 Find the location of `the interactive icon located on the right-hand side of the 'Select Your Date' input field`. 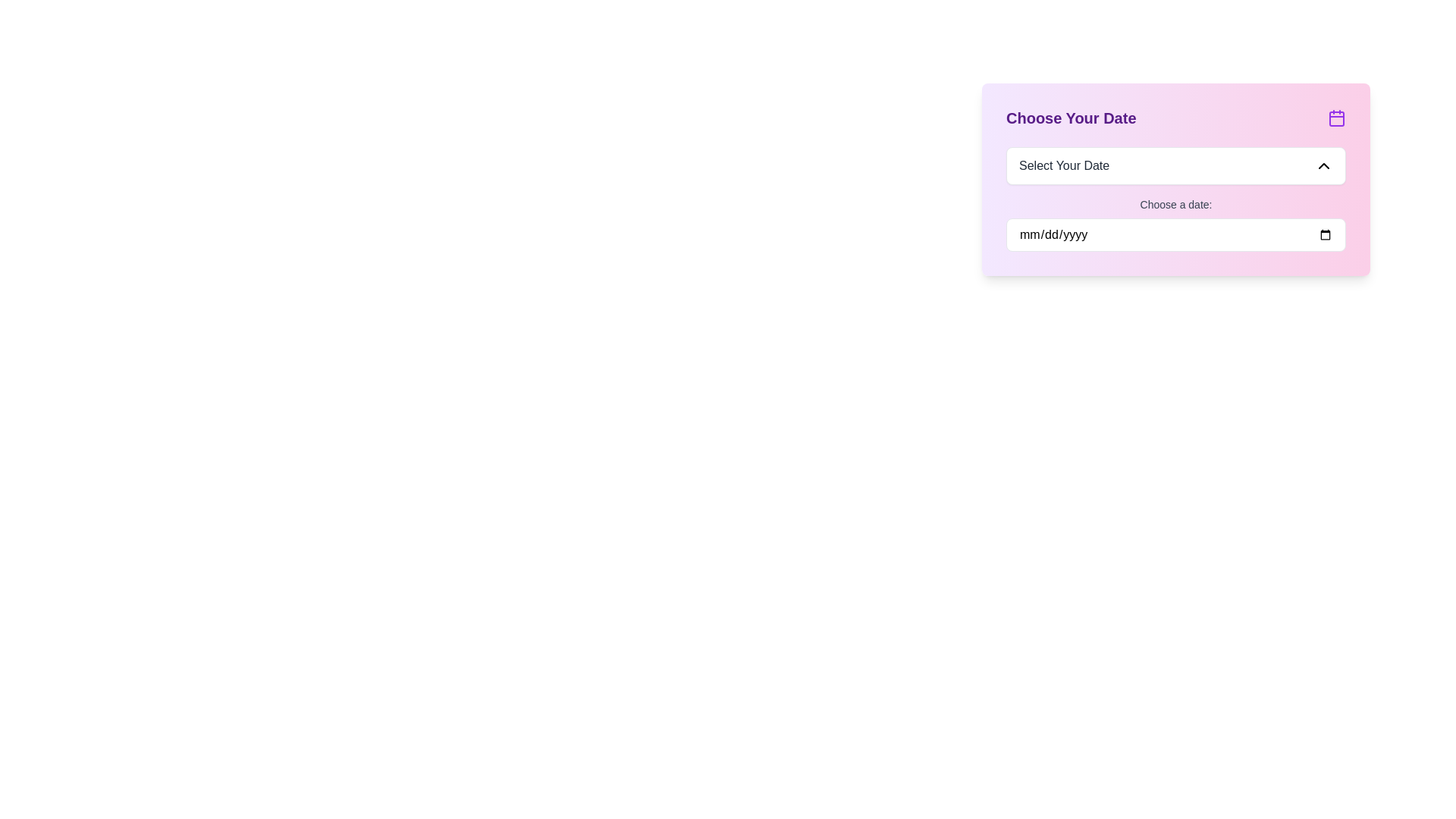

the interactive icon located on the right-hand side of the 'Select Your Date' input field is located at coordinates (1323, 166).